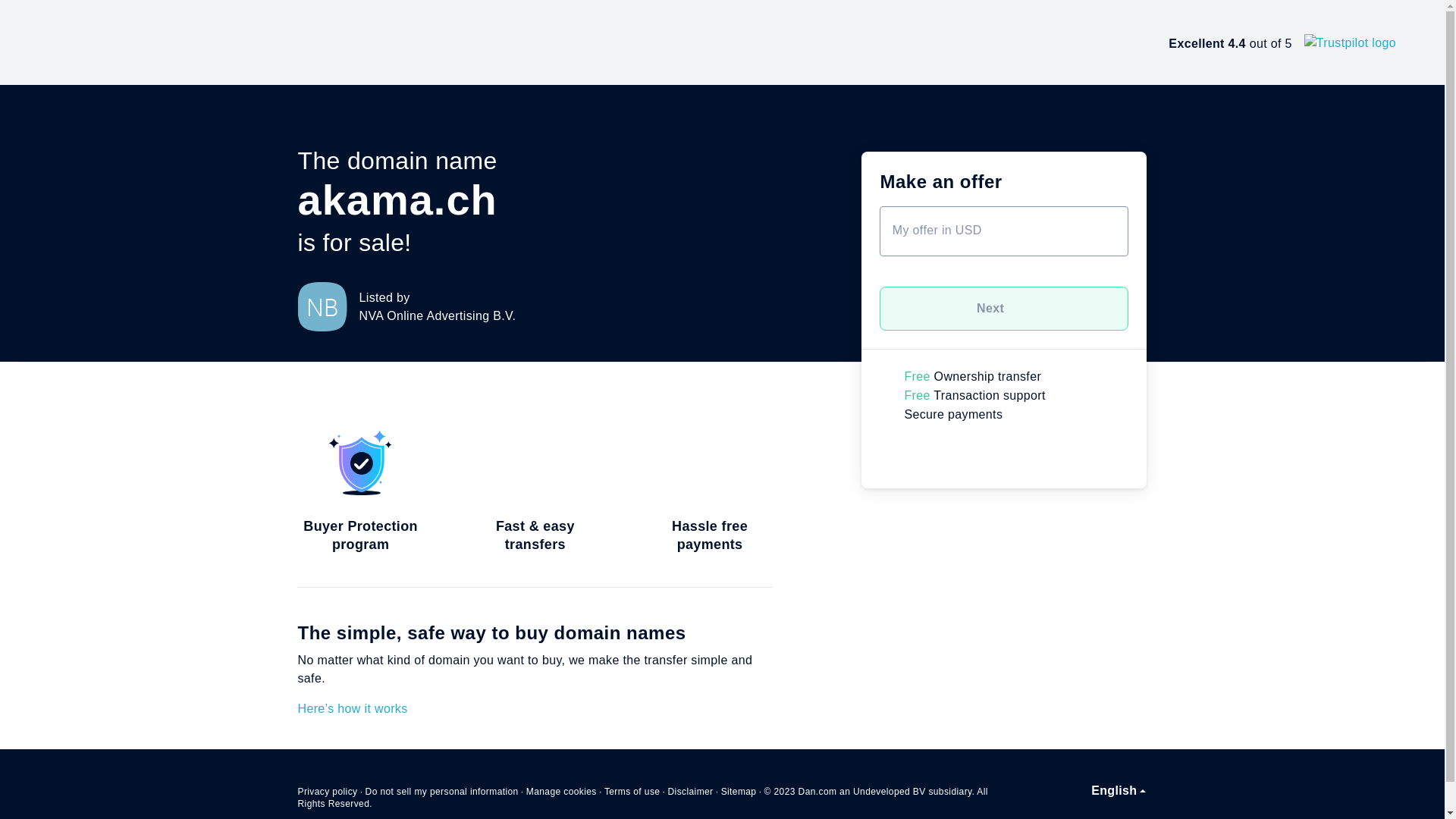 This screenshot has height=819, width=1456. Describe the element at coordinates (1004, 308) in the screenshot. I see `'Next` at that location.